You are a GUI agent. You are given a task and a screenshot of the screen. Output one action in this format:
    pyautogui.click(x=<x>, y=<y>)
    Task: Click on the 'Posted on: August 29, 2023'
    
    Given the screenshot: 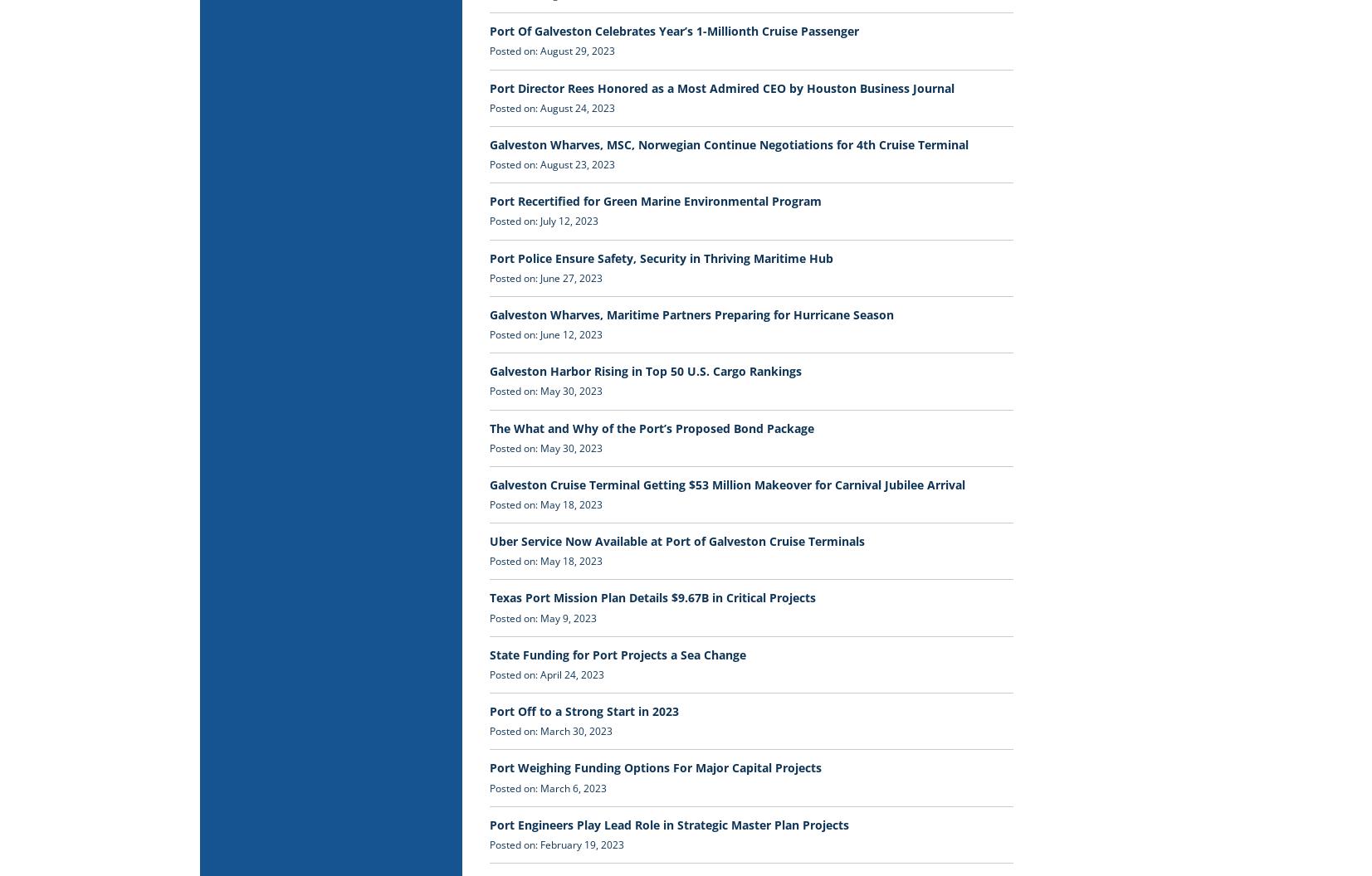 What is the action you would take?
    pyautogui.click(x=551, y=51)
    